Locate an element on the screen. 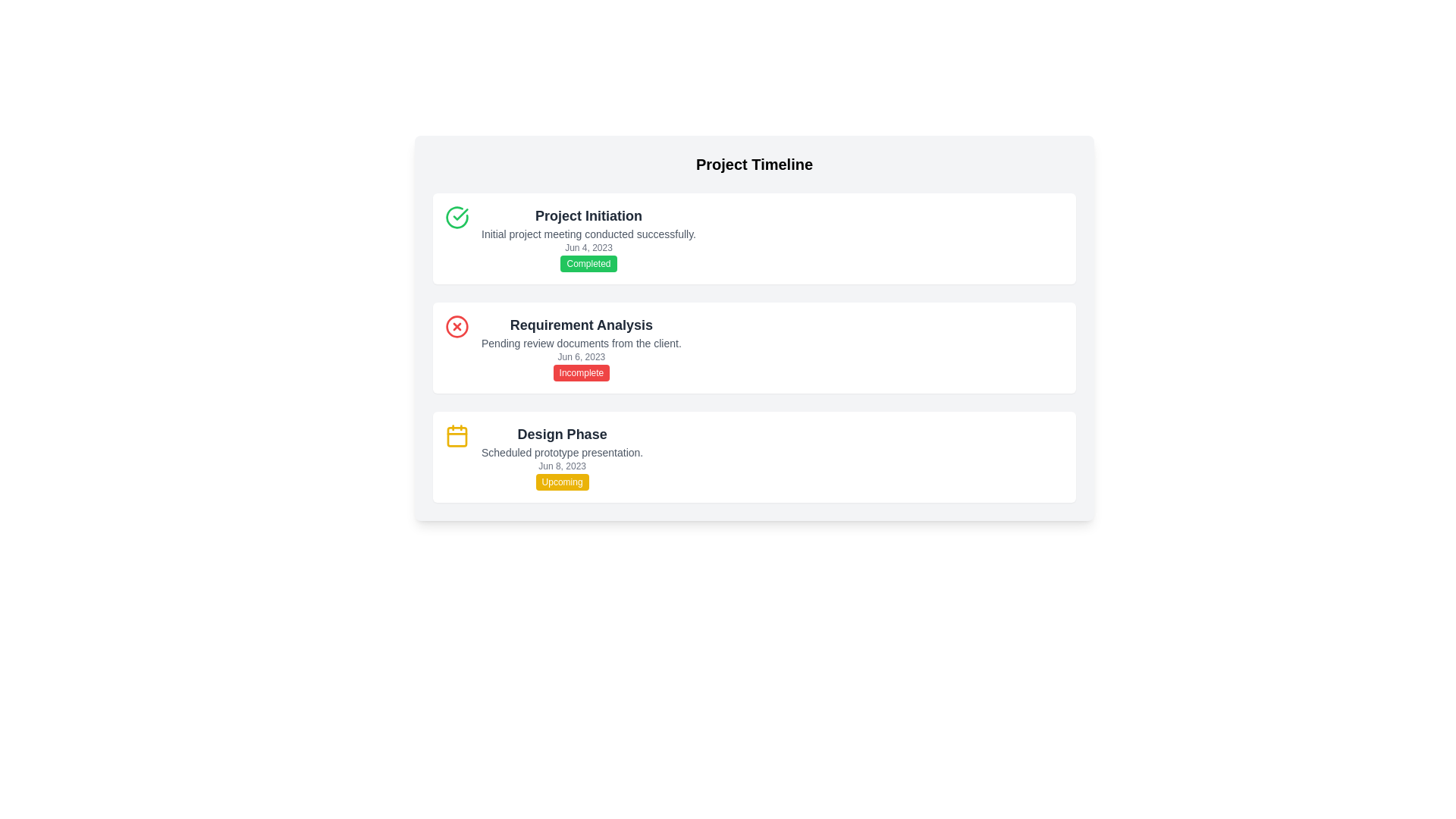 This screenshot has width=1456, height=819. the yellow square with rounded corners located within the third calendar icon in the vertical timeline list is located at coordinates (457, 436).